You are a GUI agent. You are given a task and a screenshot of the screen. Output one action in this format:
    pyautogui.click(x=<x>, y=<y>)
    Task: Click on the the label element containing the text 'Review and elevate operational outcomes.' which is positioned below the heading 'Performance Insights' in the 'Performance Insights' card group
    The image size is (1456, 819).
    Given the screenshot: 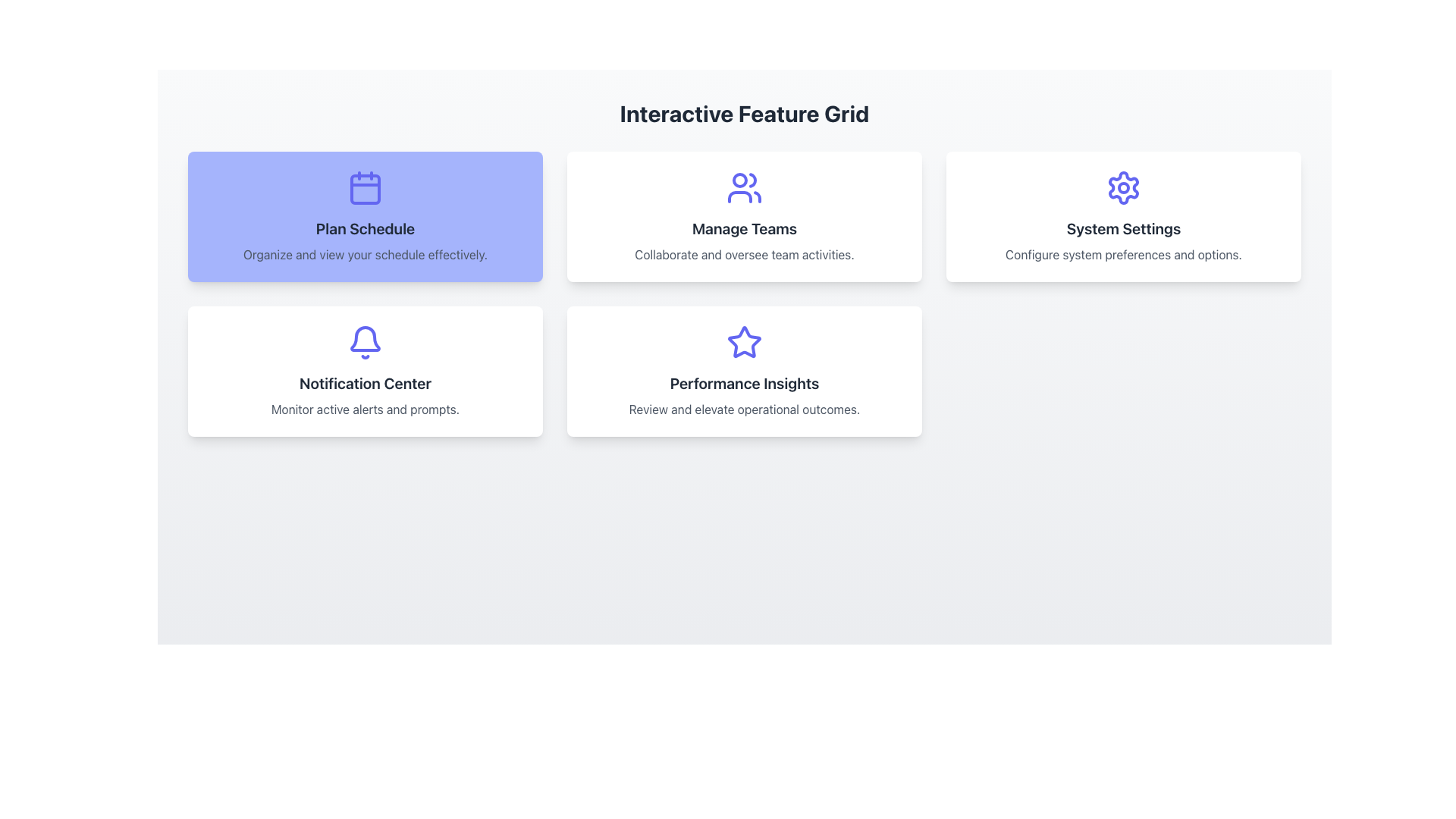 What is the action you would take?
    pyautogui.click(x=745, y=409)
    